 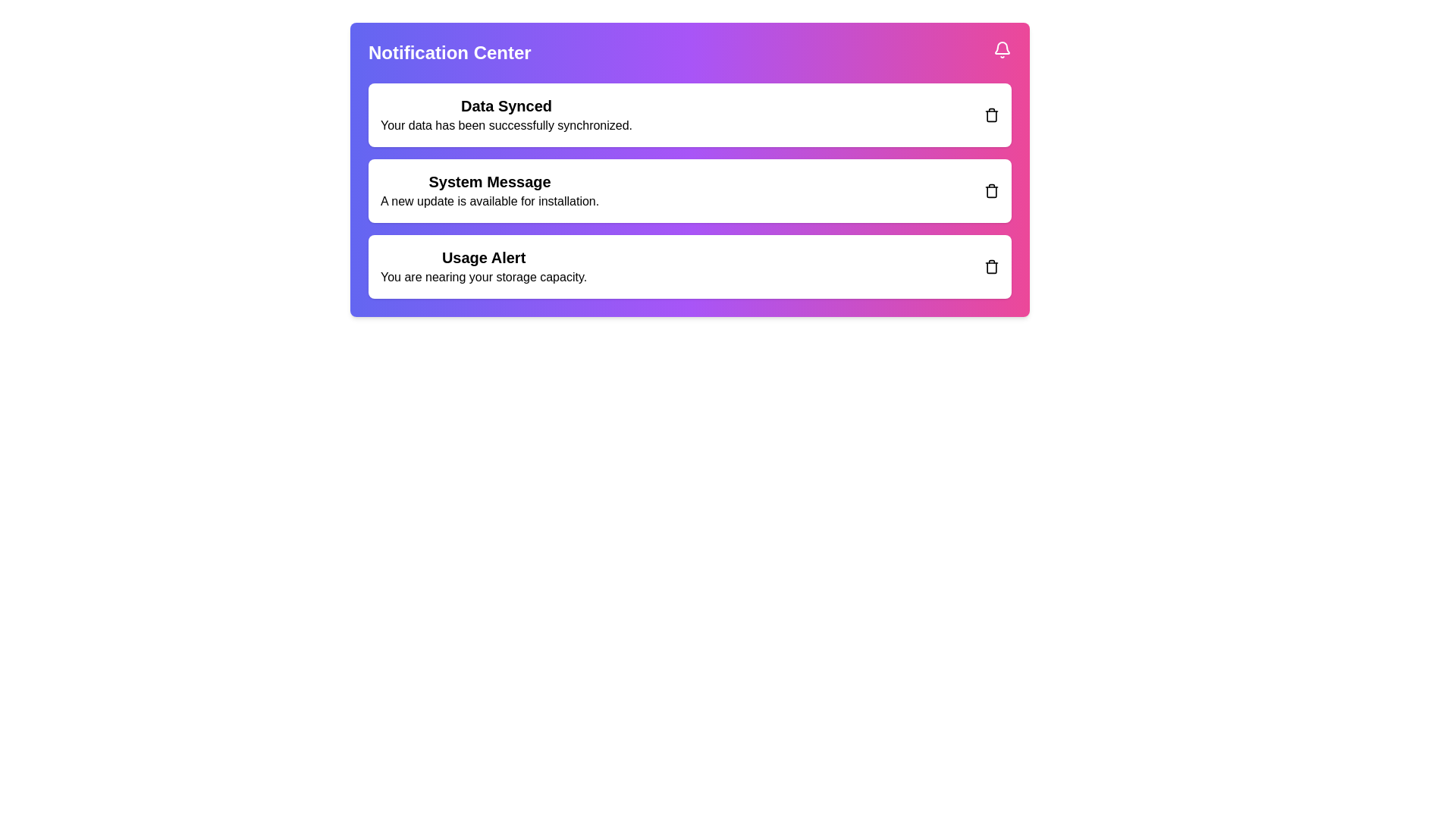 What do you see at coordinates (490, 190) in the screenshot?
I see `the static text-based notification component located in the second section of the notifications list, which informs about a system update` at bounding box center [490, 190].